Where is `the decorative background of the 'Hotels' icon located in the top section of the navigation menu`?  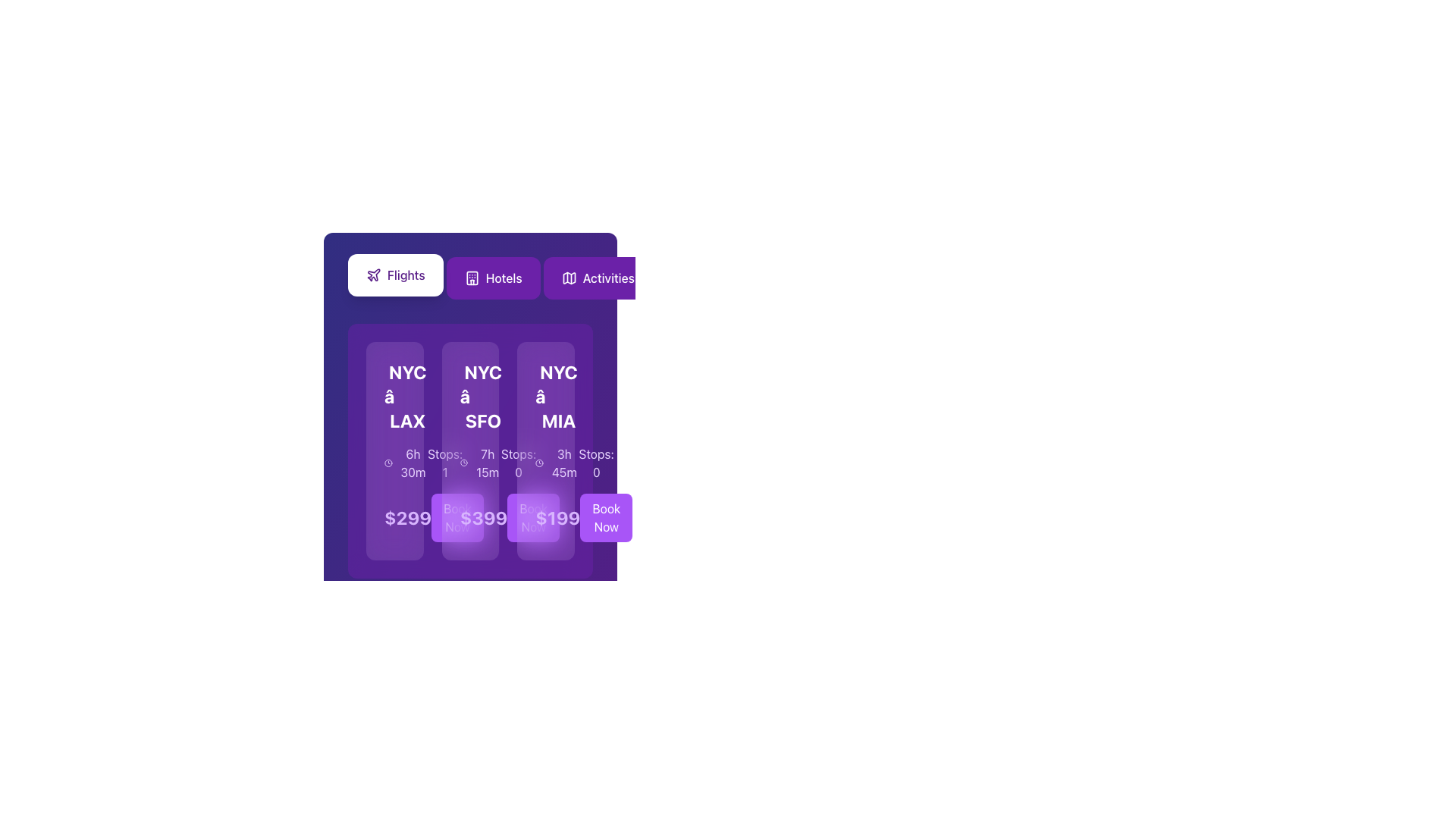 the decorative background of the 'Hotels' icon located in the top section of the navigation menu is located at coordinates (471, 278).